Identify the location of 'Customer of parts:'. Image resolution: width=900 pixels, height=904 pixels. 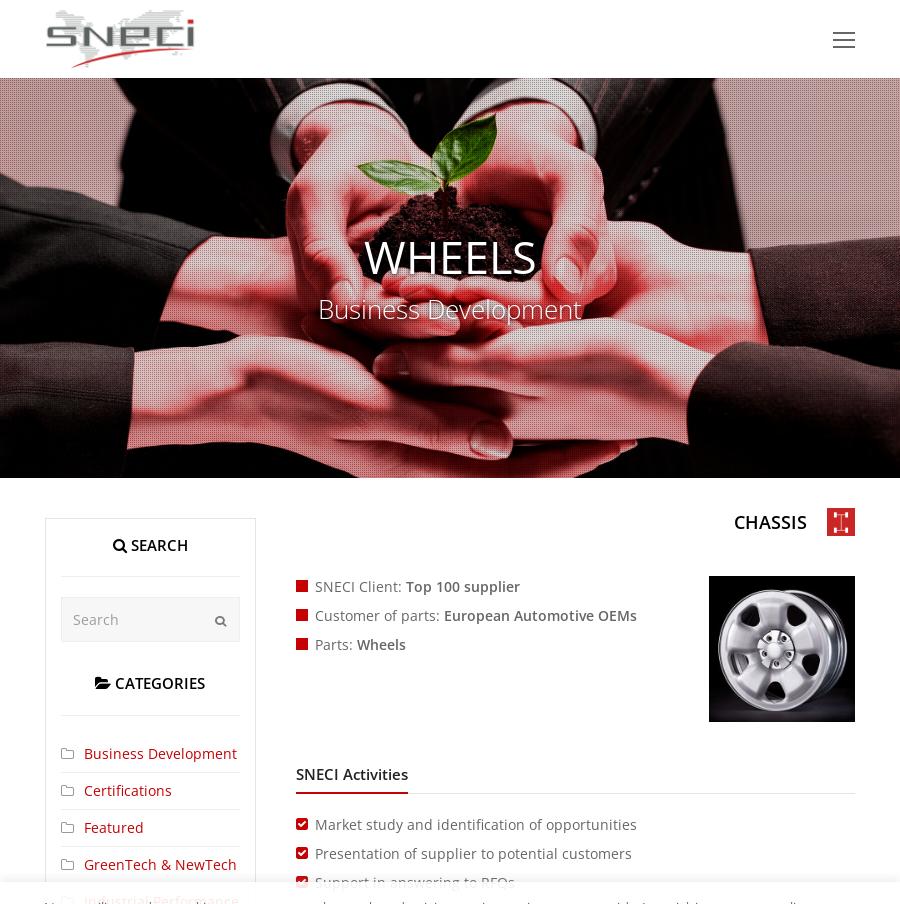
(379, 614).